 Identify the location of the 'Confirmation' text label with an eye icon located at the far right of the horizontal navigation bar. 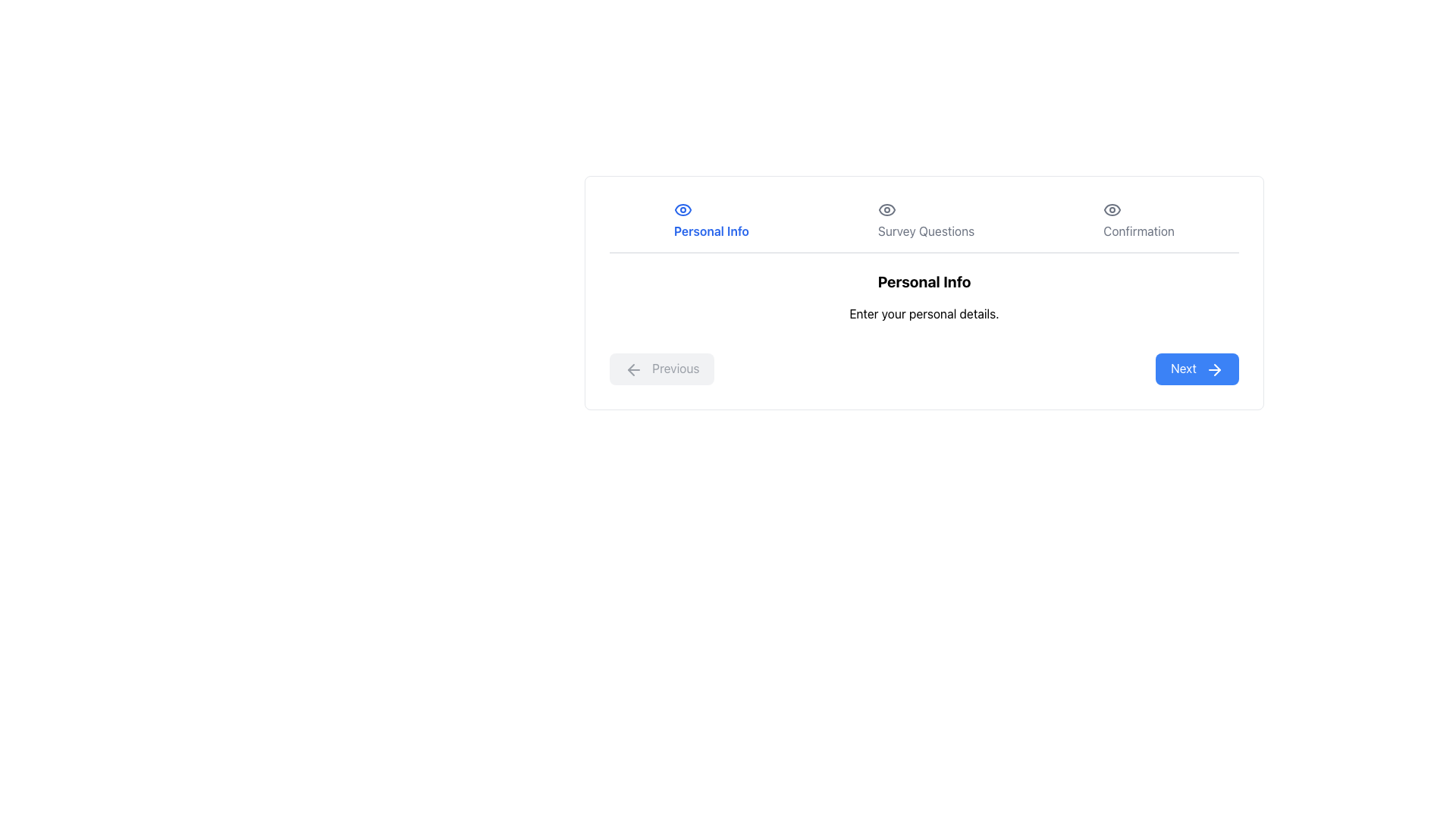
(1139, 220).